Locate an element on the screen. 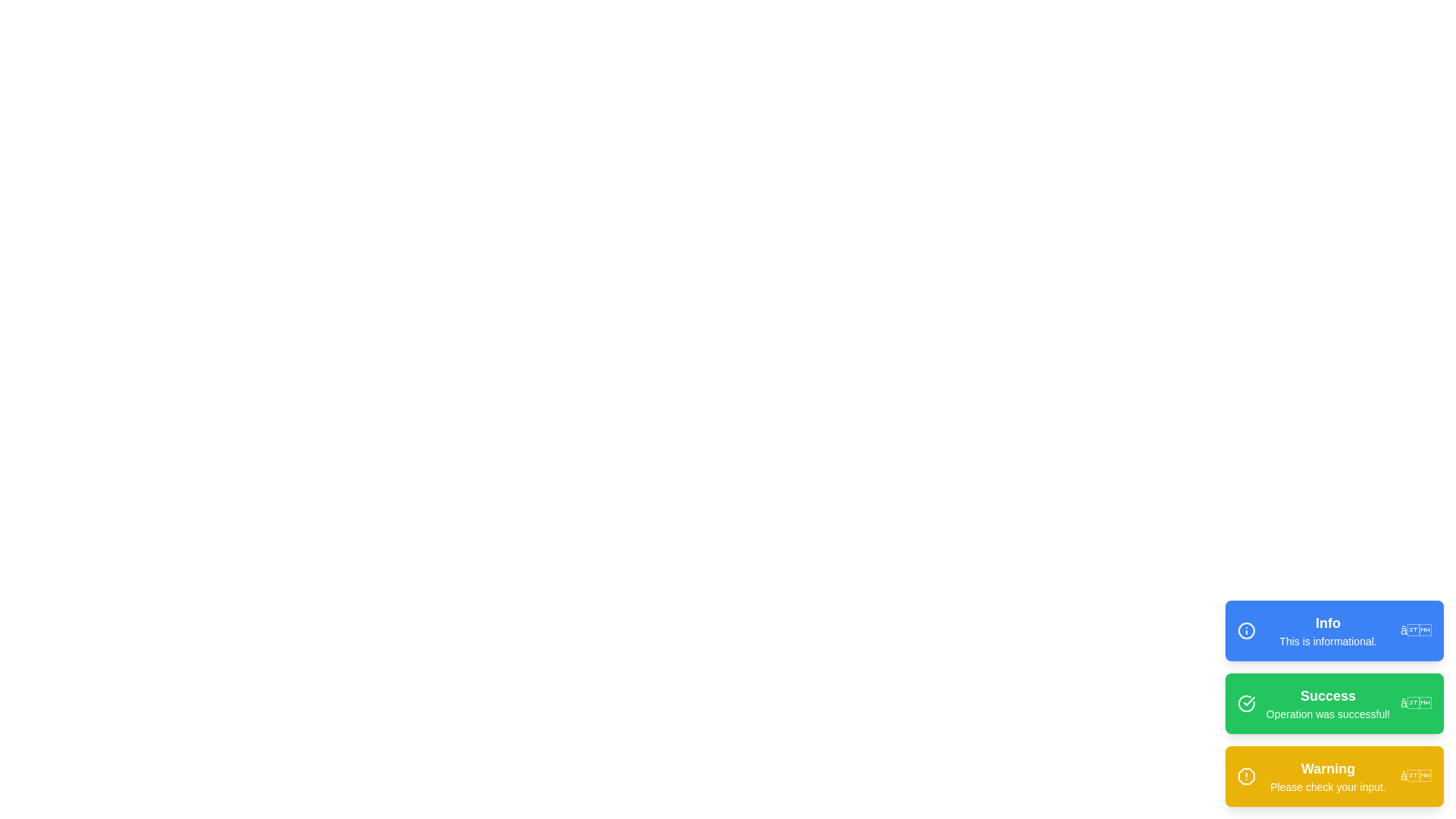  the small green circular icon within the confirmation checkmark symbol located in the 'Success' section is located at coordinates (1246, 704).